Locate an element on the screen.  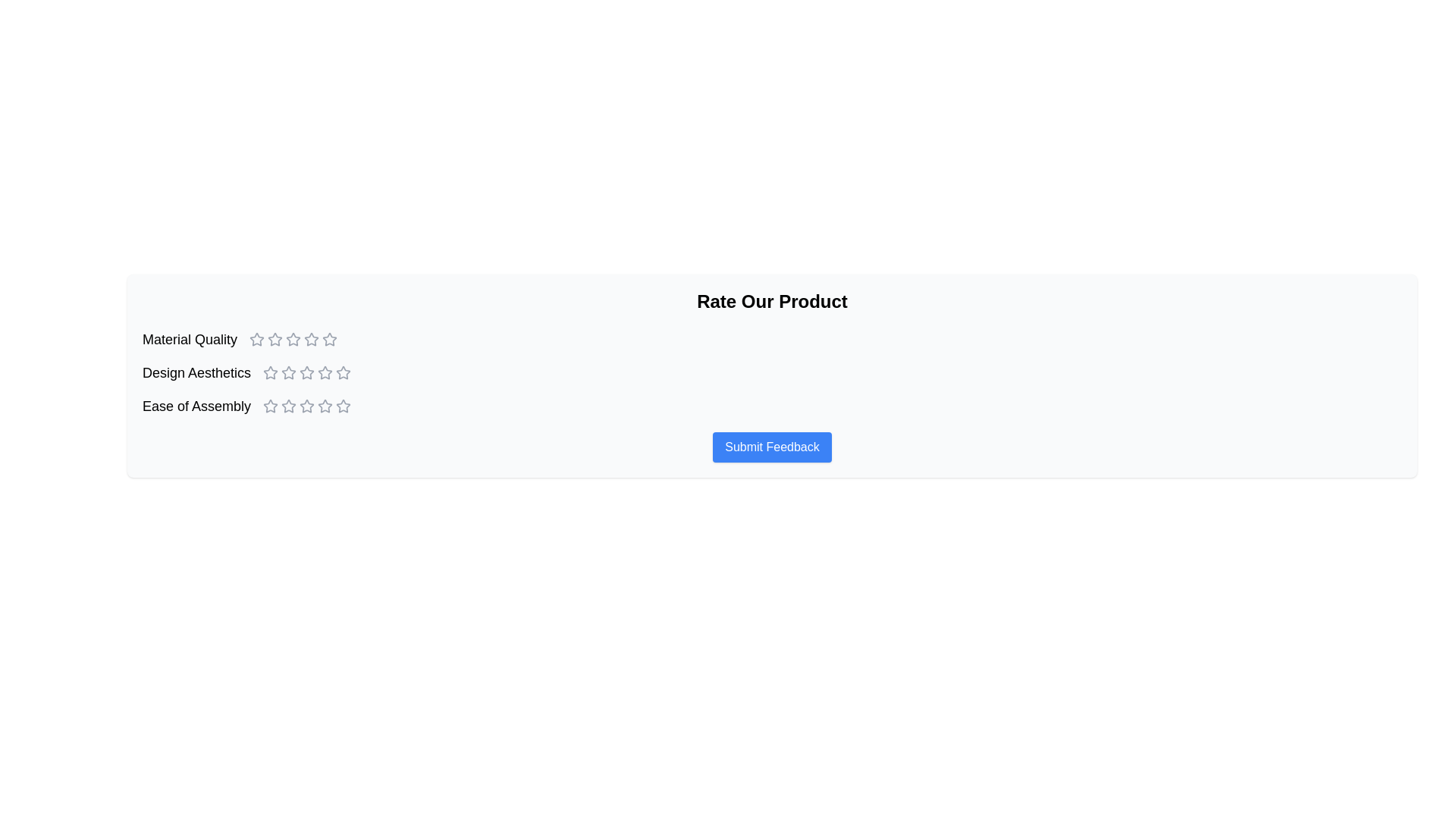
the third star-shaped icon in the rating system for 'Material Quality' to rate it is located at coordinates (293, 338).